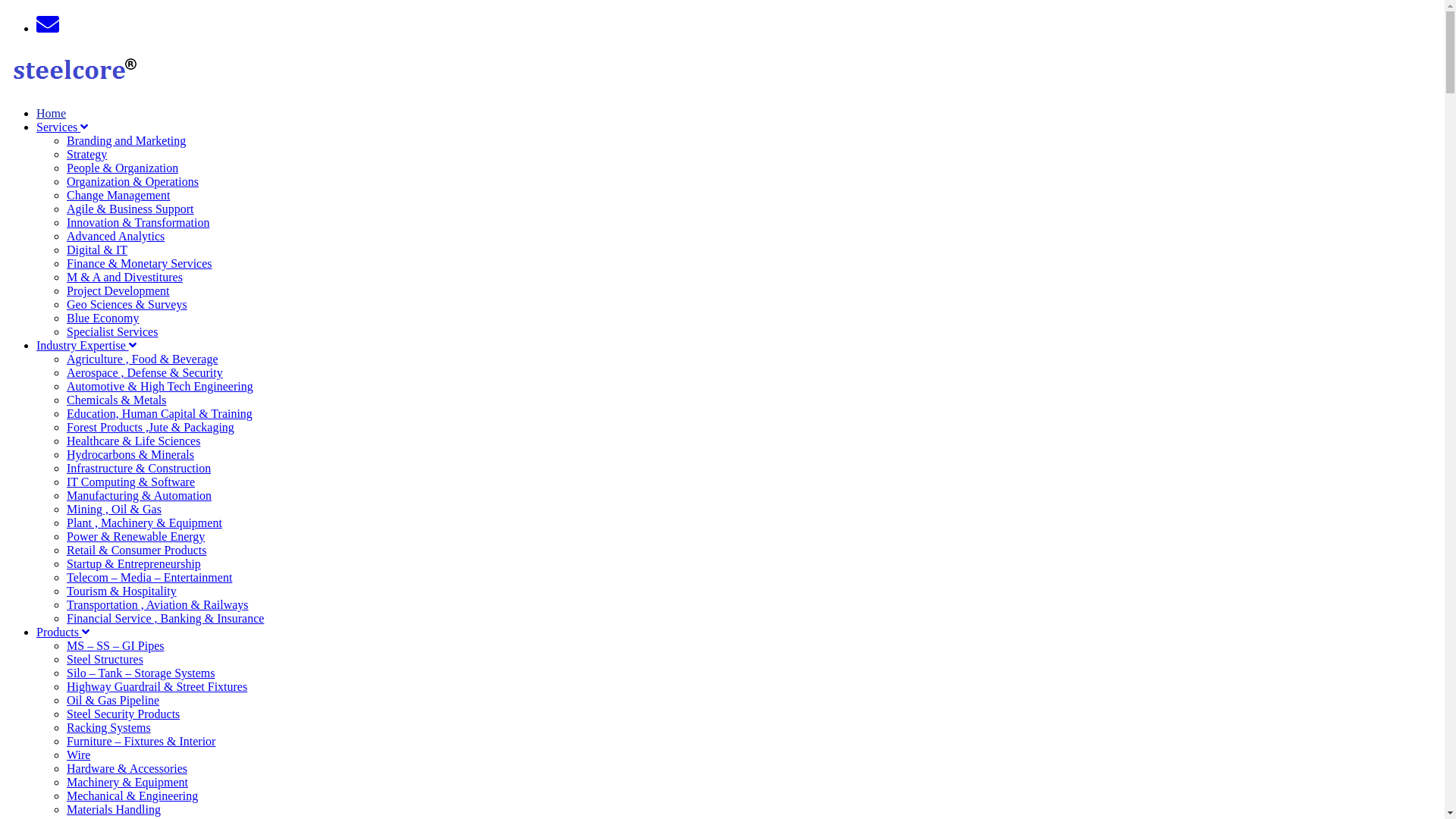 This screenshot has height=819, width=1456. I want to click on 'Aerospace , Defense & Security', so click(65, 372).